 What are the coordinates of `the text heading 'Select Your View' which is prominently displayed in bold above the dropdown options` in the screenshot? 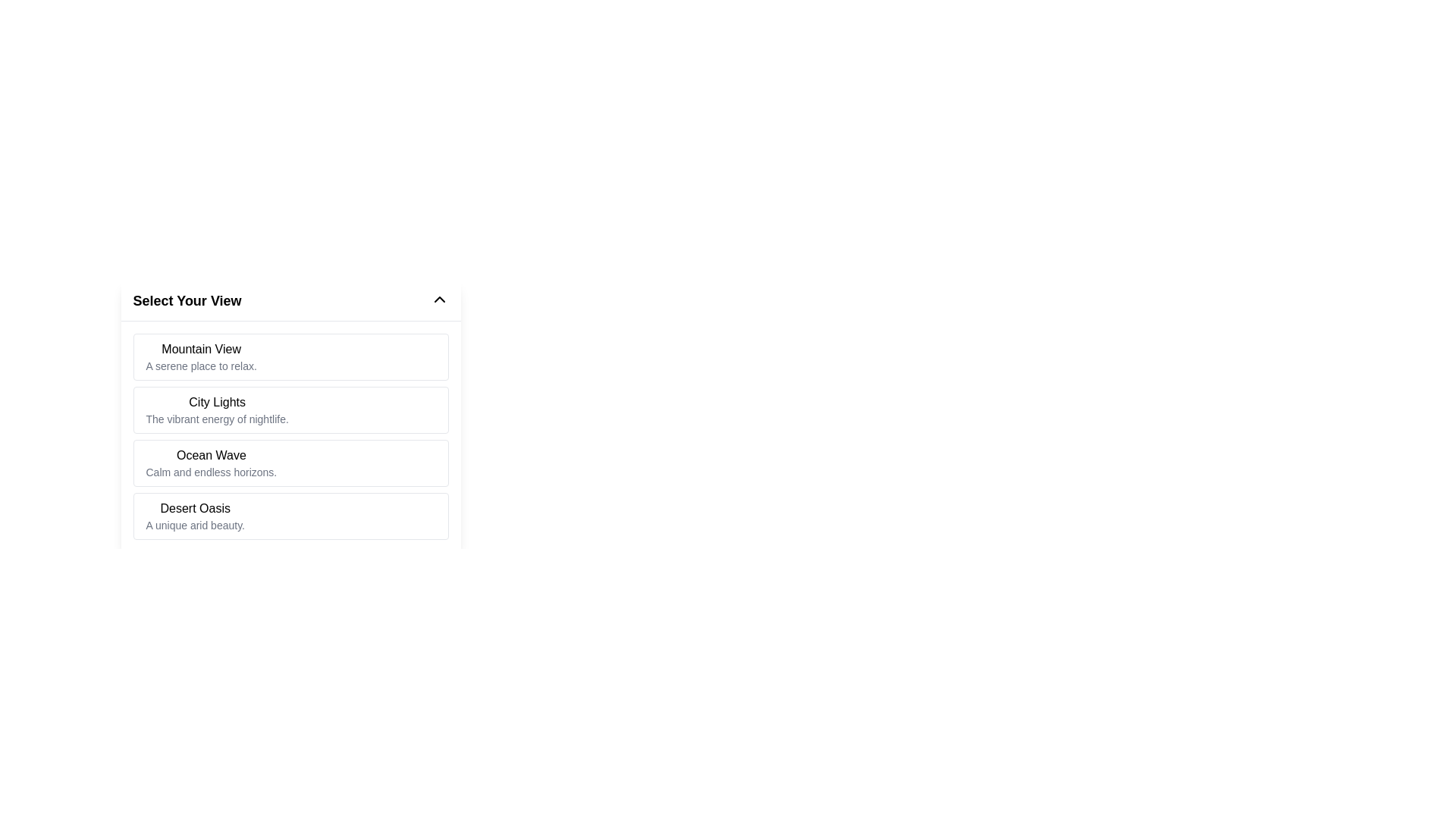 It's located at (187, 301).